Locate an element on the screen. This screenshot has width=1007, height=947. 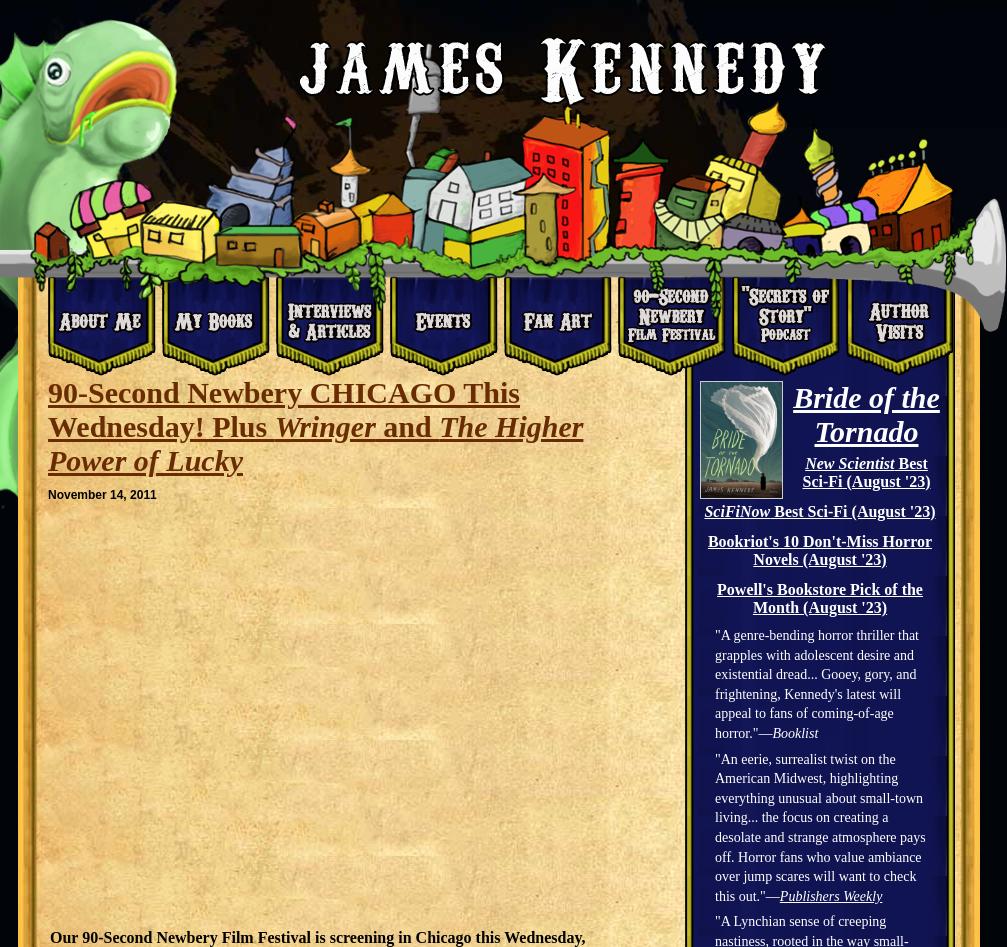
'90-Second Newbery CHICAGO This Wednesday! Plus' is located at coordinates (283, 409).